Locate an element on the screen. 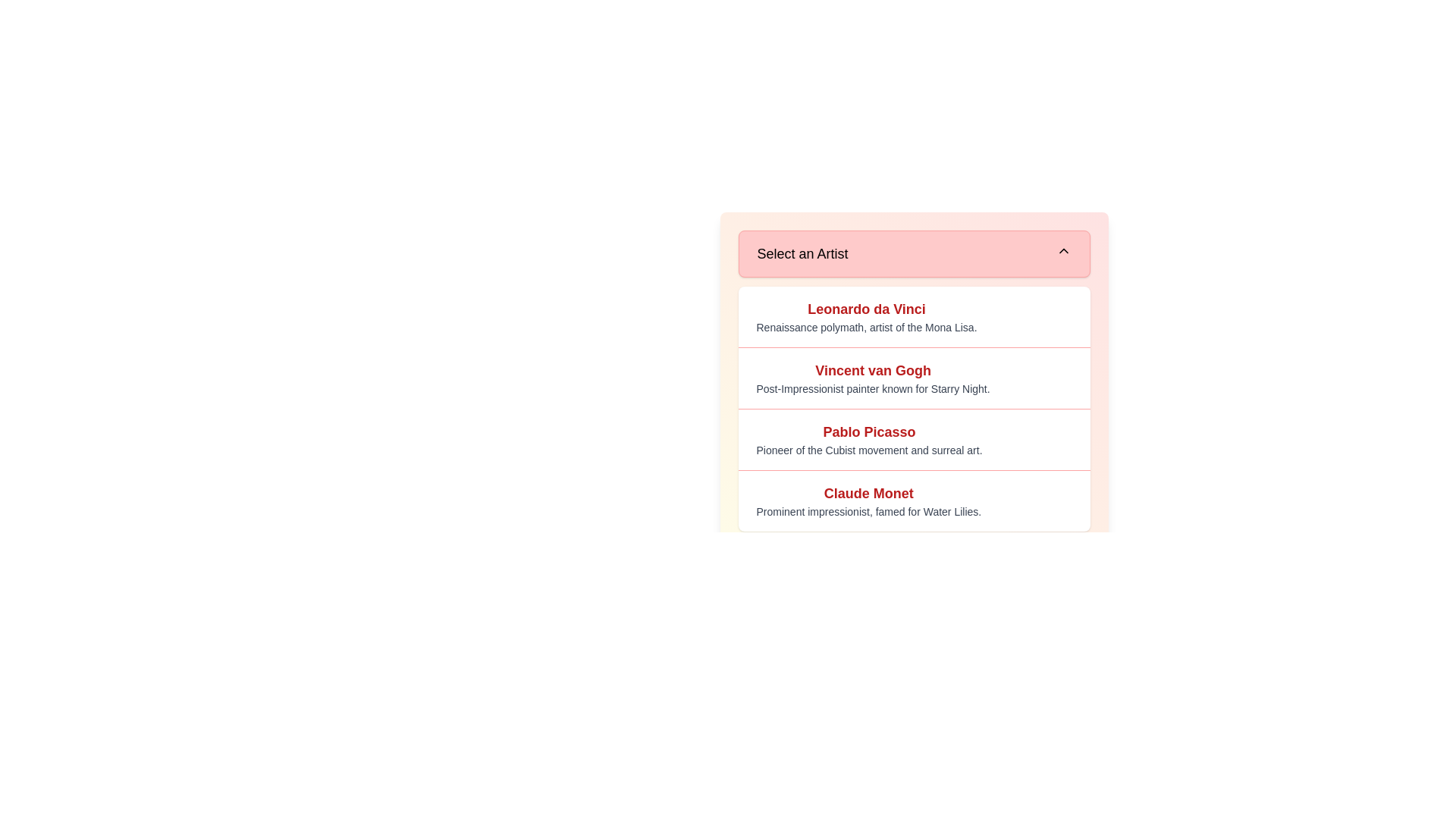  the Dropdown toggle button for selecting or interacting with a list of artists via keyboard navigation is located at coordinates (913, 253).